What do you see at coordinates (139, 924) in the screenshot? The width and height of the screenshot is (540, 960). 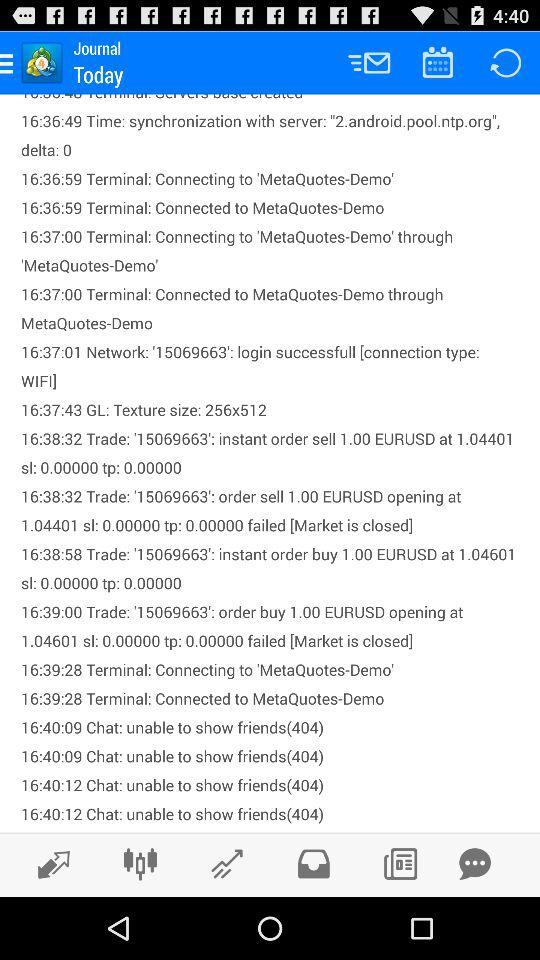 I see `the sliders icon` at bounding box center [139, 924].